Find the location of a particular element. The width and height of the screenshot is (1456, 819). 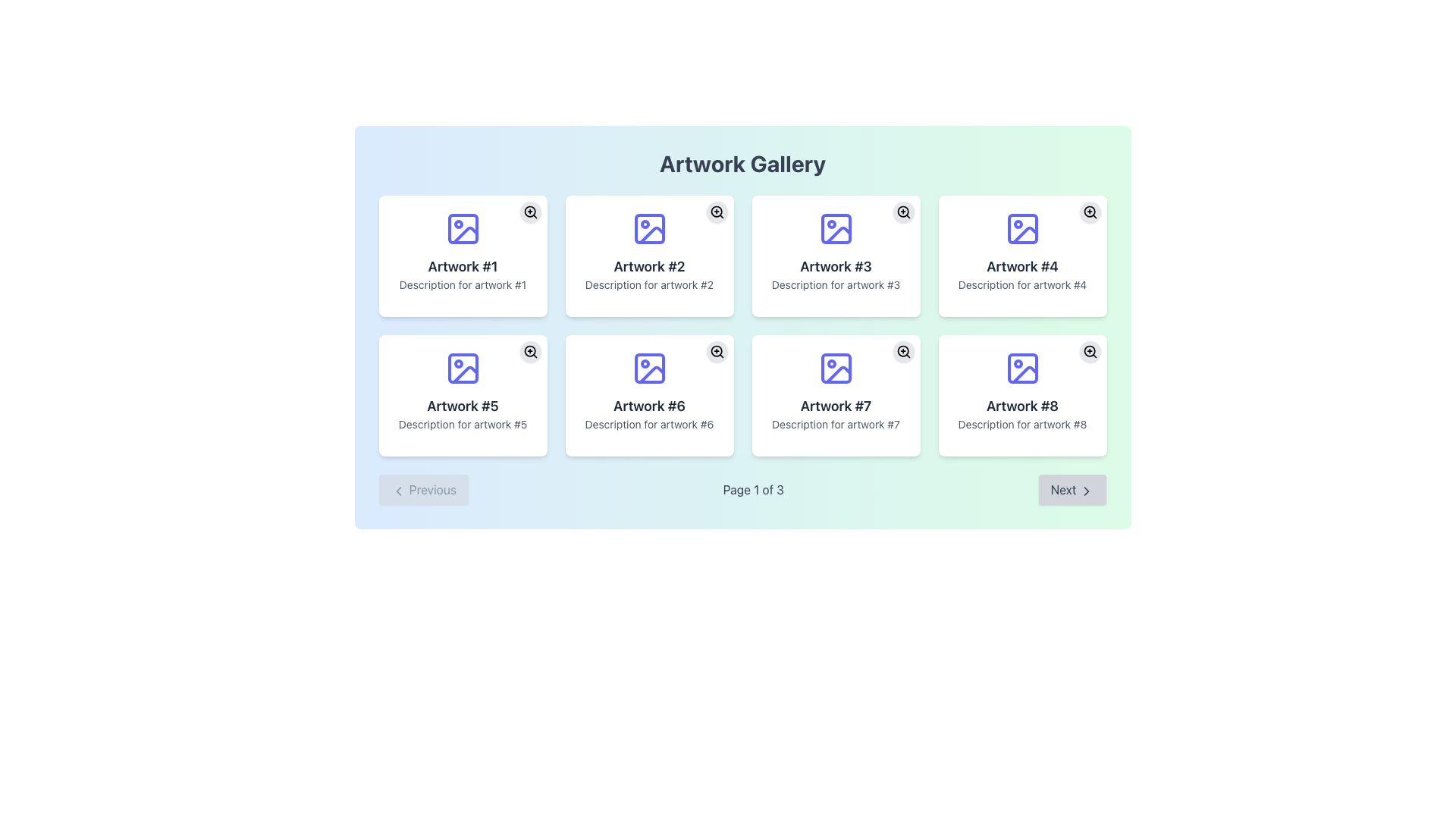

text label 'Artwork #1' which is bold and located below the image icon in the upper-left card of the artwork grid is located at coordinates (462, 265).